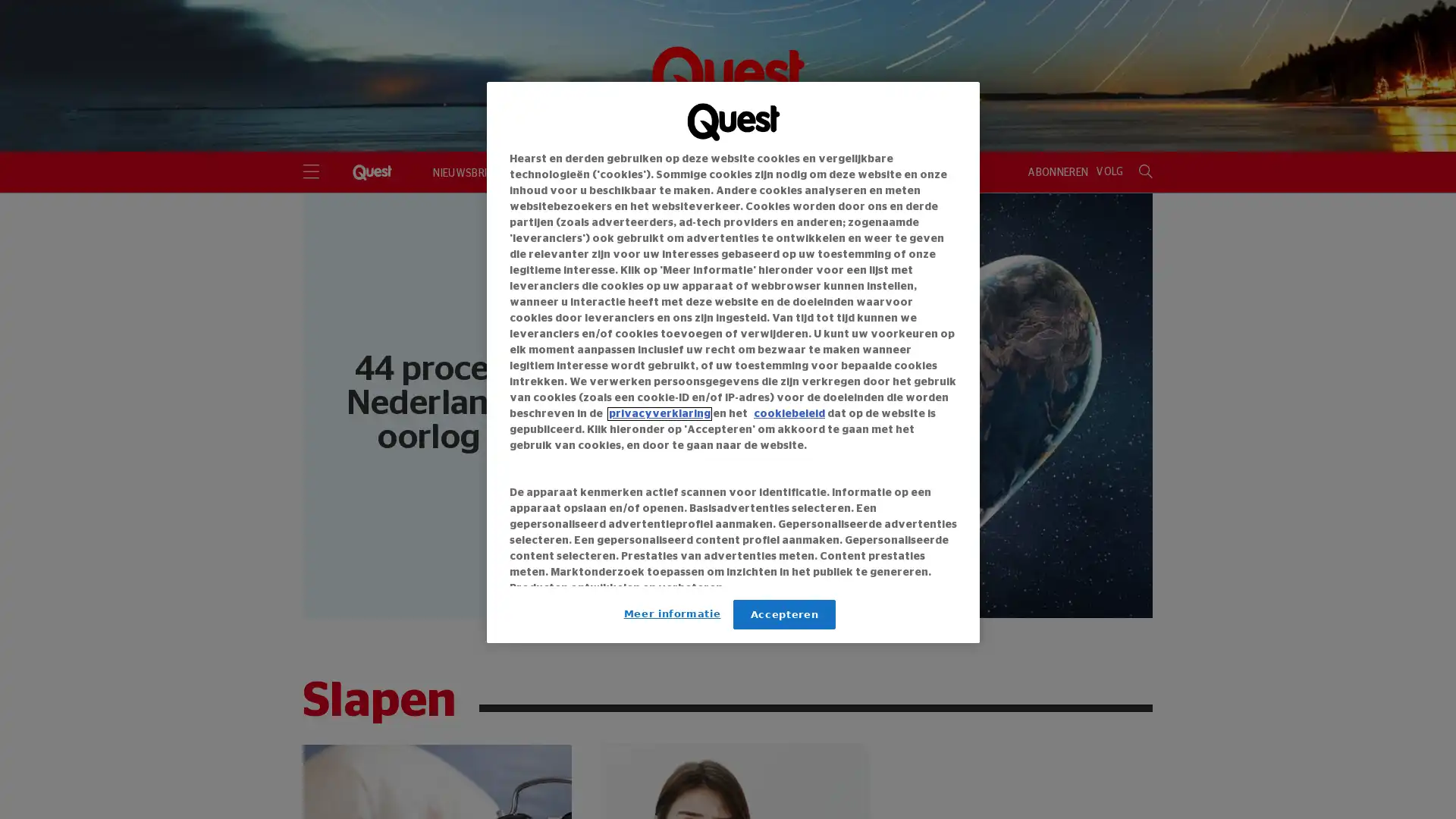  Describe the element at coordinates (671, 613) in the screenshot. I see `Meer informatie` at that location.